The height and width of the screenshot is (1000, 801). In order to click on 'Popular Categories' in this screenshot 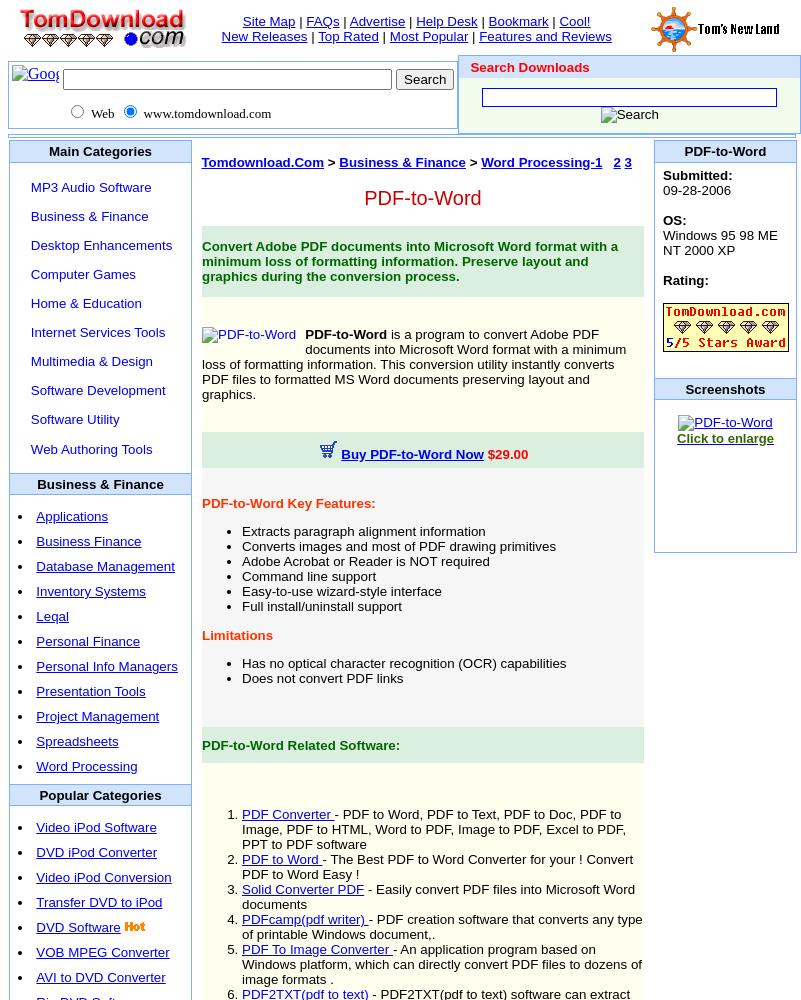, I will do `click(38, 794)`.